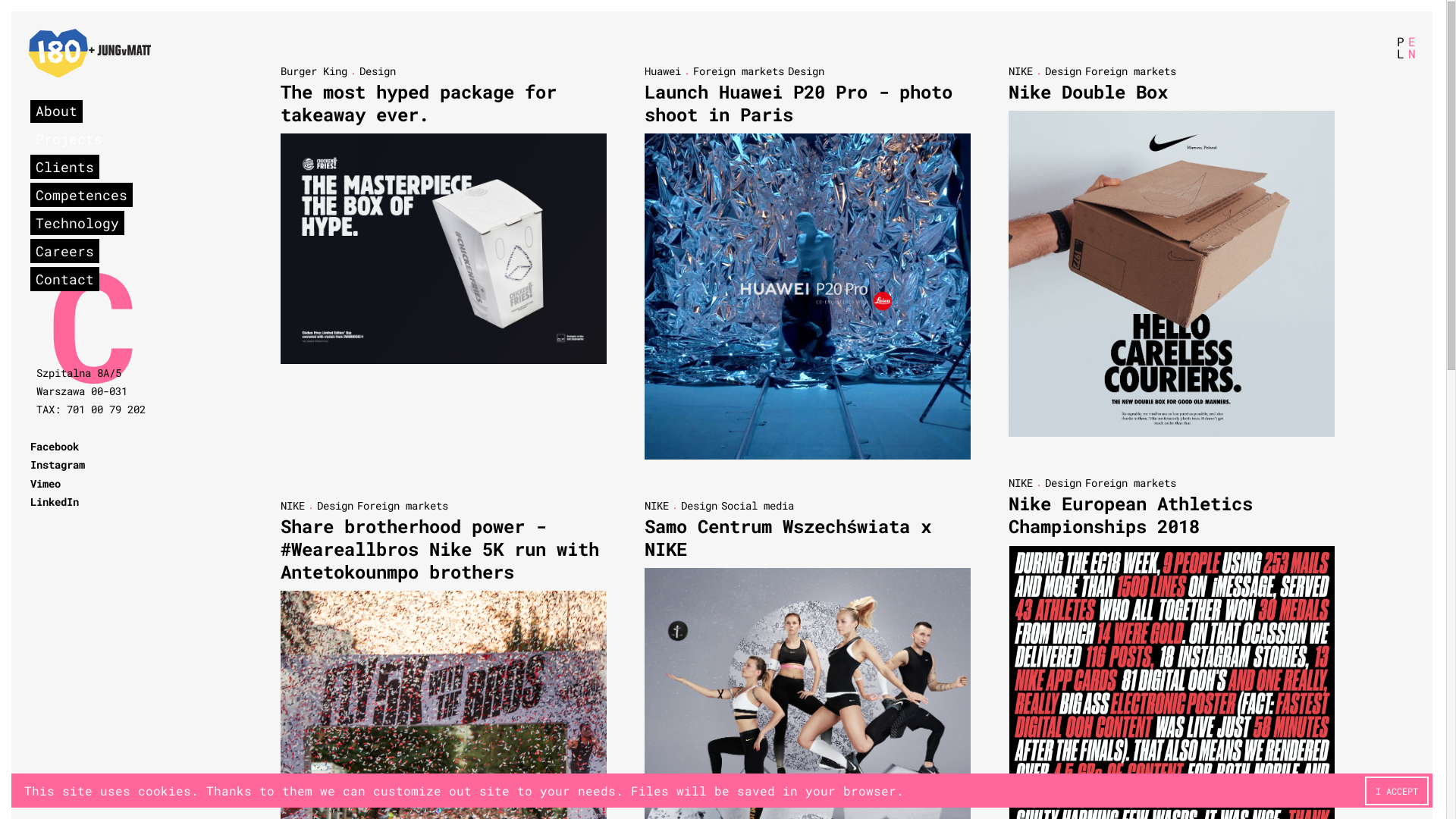 The height and width of the screenshot is (819, 1456). Describe the element at coordinates (1008, 485) in the screenshot. I see `'NIKE'` at that location.